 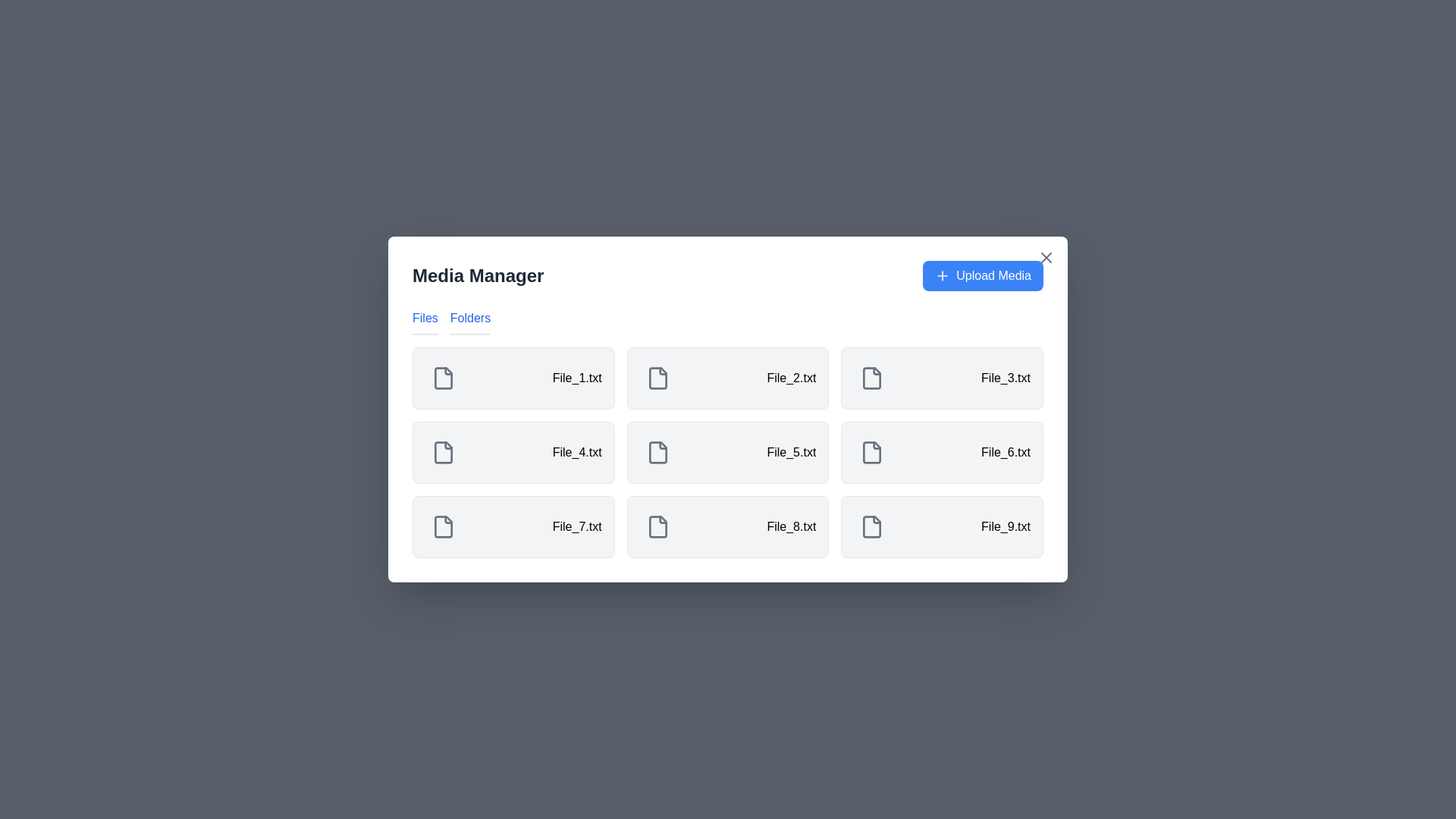 I want to click on the text label displaying 'File_4.txt' in a file manager interface, located in the center row of a 3x3 grid layout, leftmost cell of the second row, so click(x=576, y=452).